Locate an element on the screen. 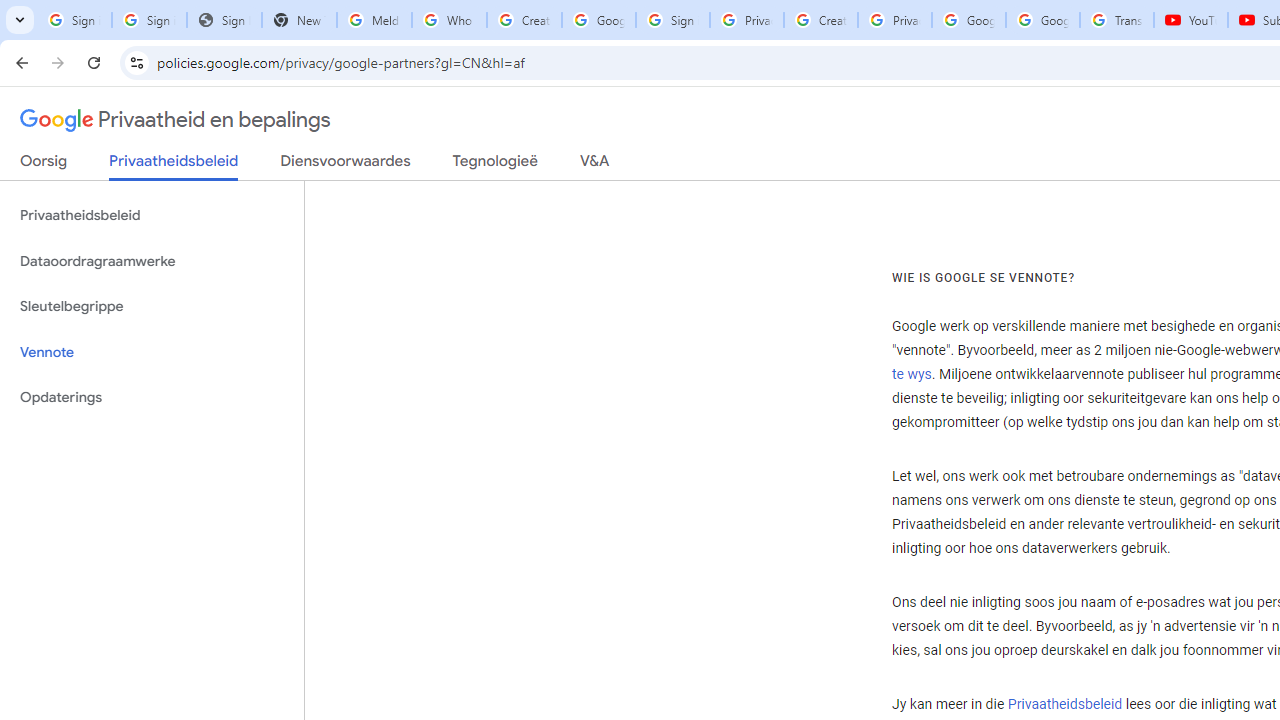 The image size is (1280, 720). 'Privaatheidsbeleid' is located at coordinates (1063, 704).